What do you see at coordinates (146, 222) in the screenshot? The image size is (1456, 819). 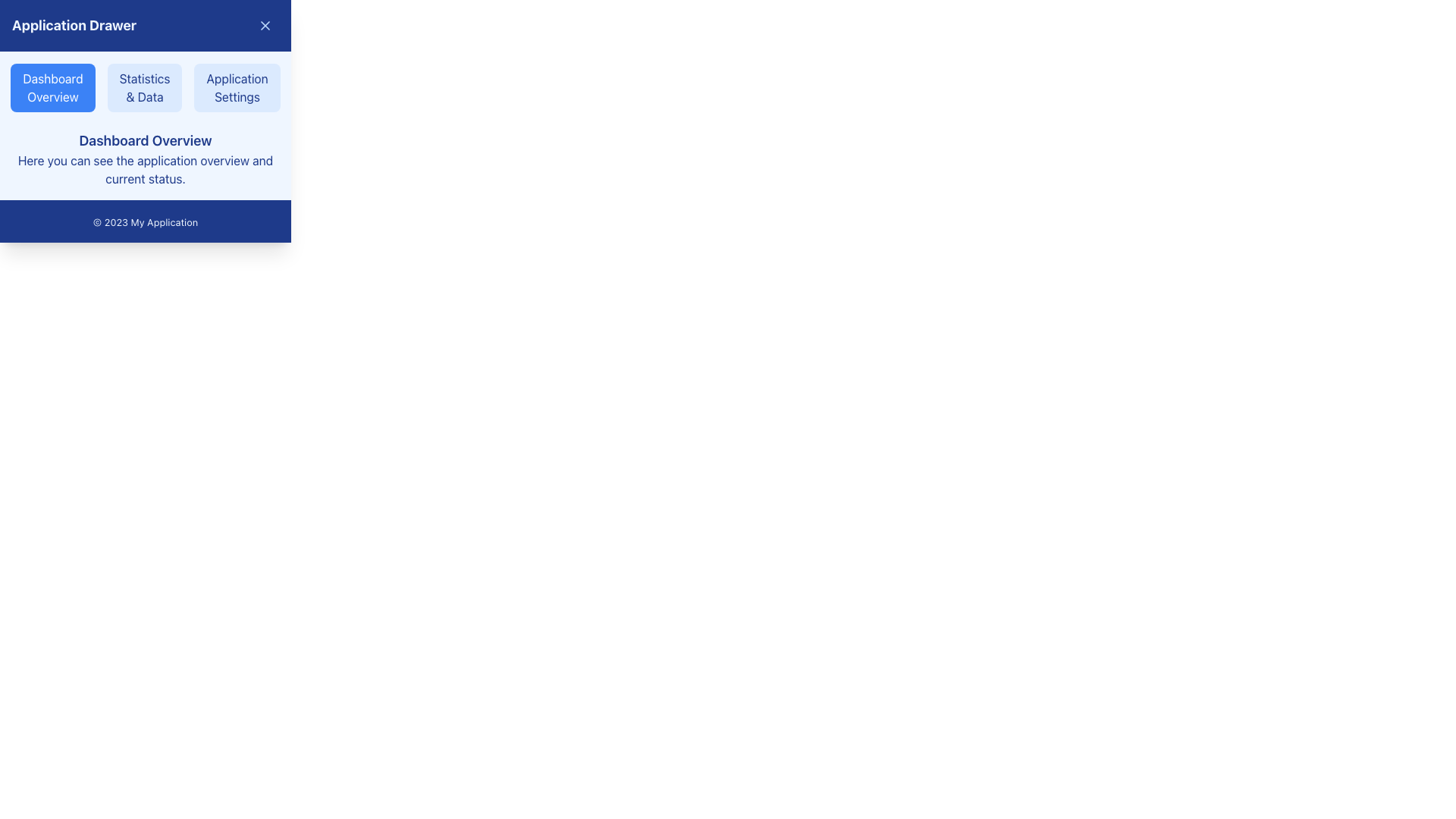 I see `the copyright notice text located at the bottom of the application drawer, centered in the blue footer section` at bounding box center [146, 222].